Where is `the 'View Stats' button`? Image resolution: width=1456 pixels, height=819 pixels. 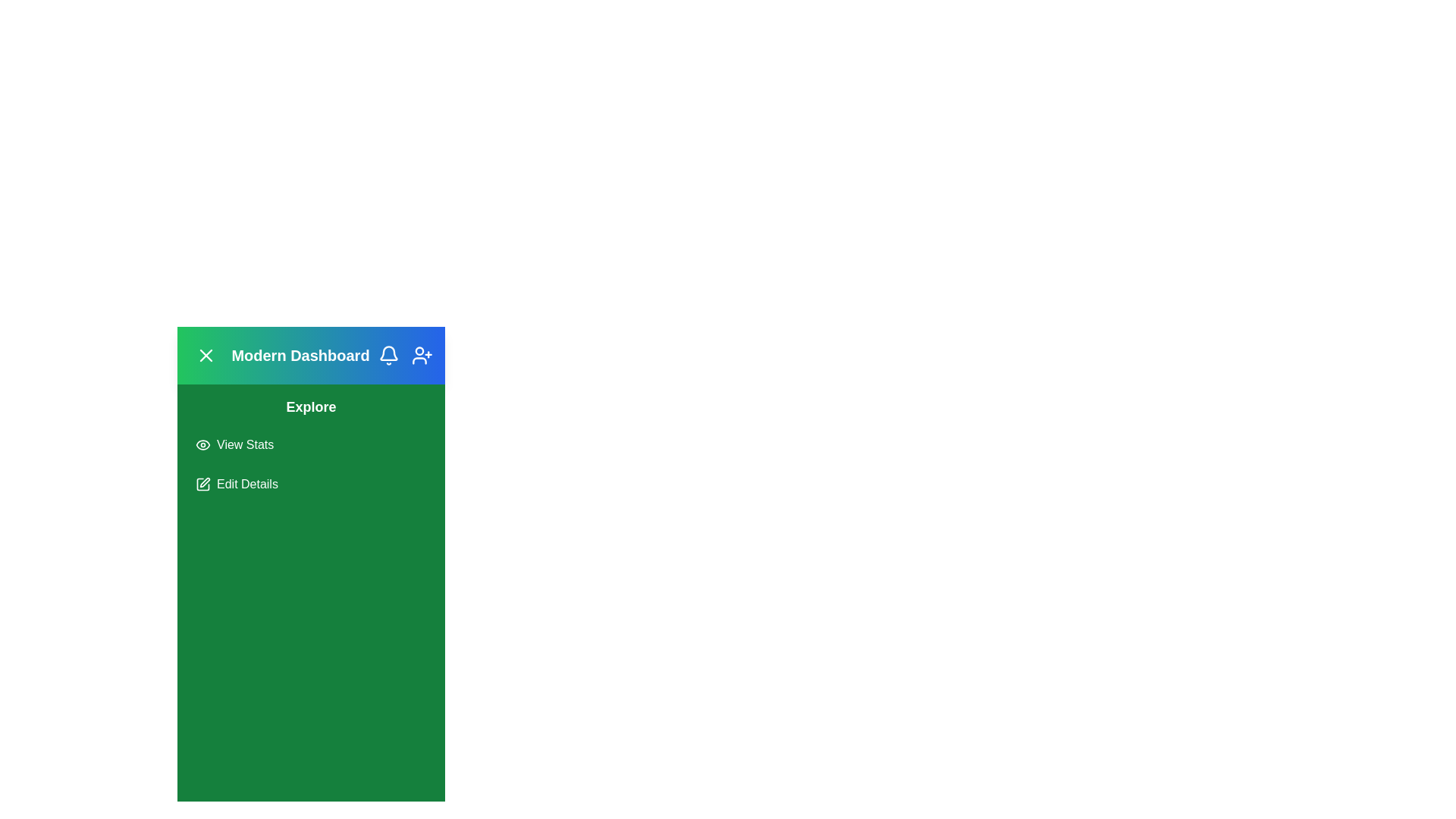 the 'View Stats' button is located at coordinates (234, 444).